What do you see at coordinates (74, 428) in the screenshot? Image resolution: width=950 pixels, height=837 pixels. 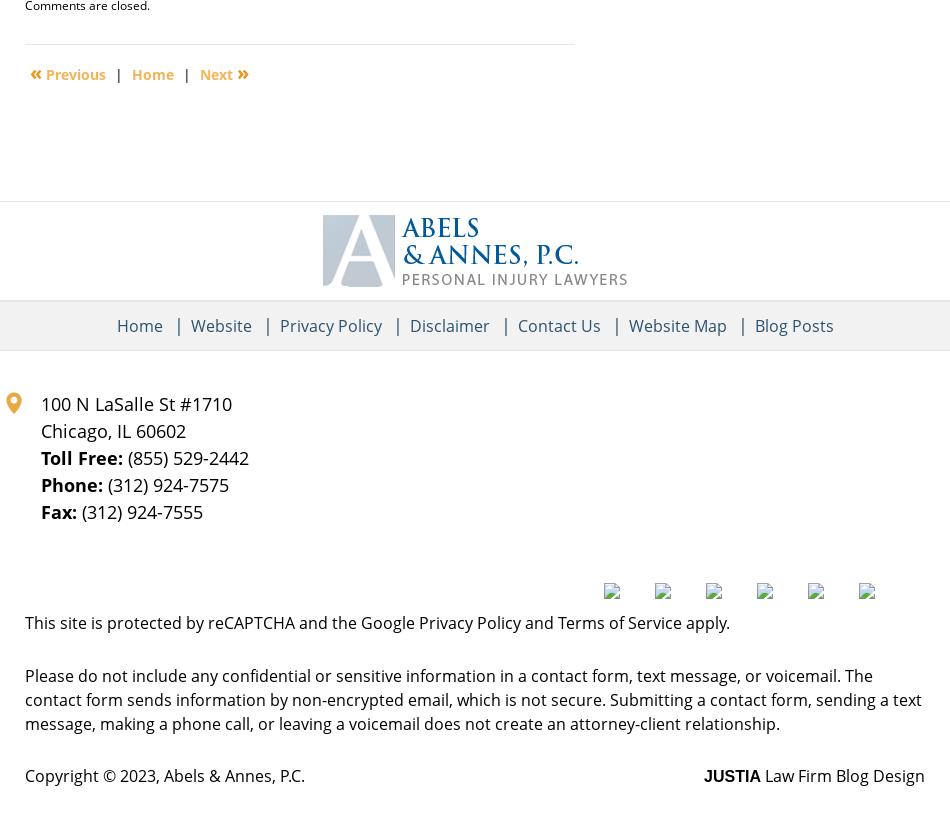 I see `'Chicago'` at bounding box center [74, 428].